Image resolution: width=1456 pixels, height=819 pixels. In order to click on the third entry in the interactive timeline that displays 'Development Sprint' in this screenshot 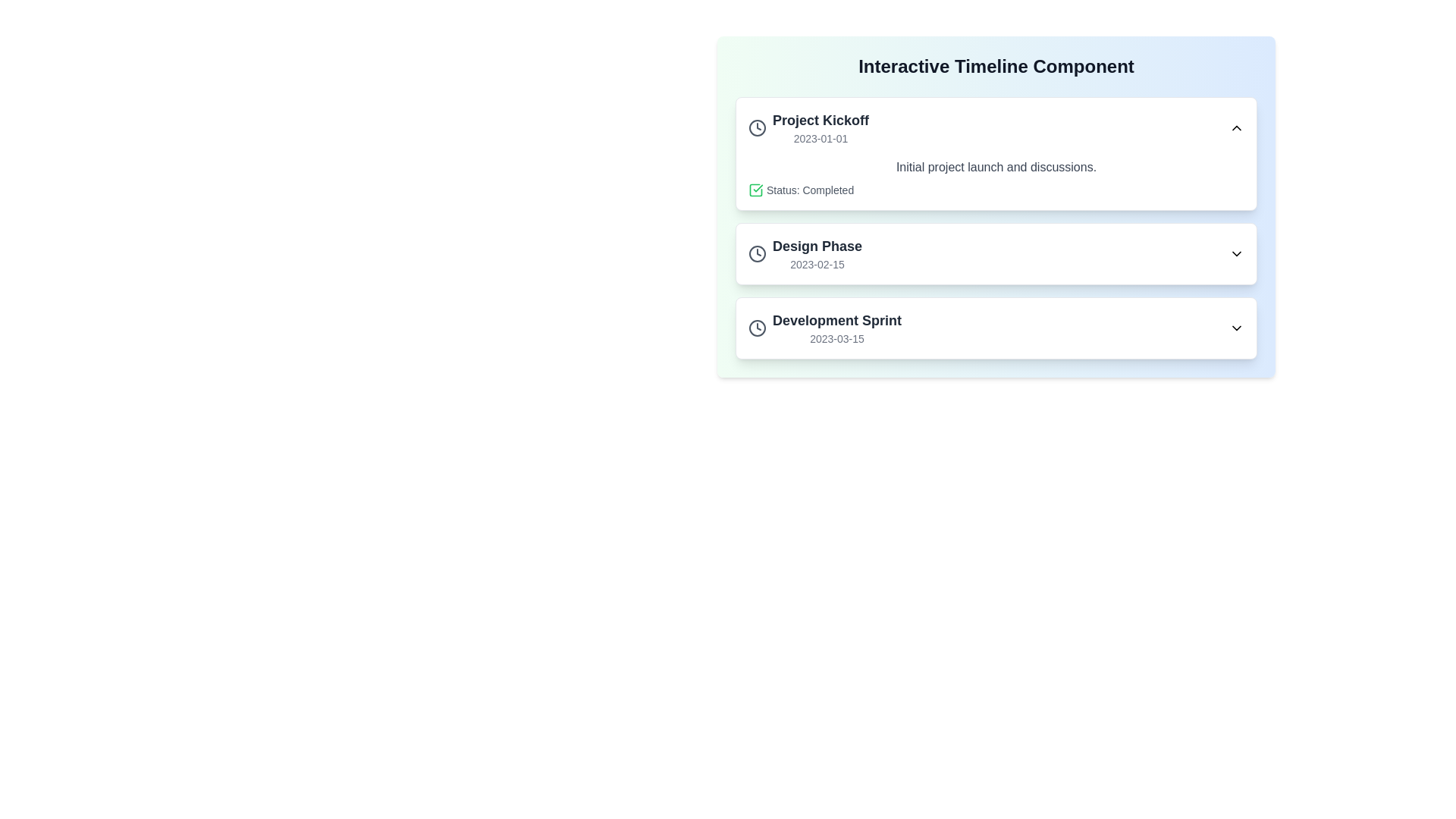, I will do `click(824, 327)`.